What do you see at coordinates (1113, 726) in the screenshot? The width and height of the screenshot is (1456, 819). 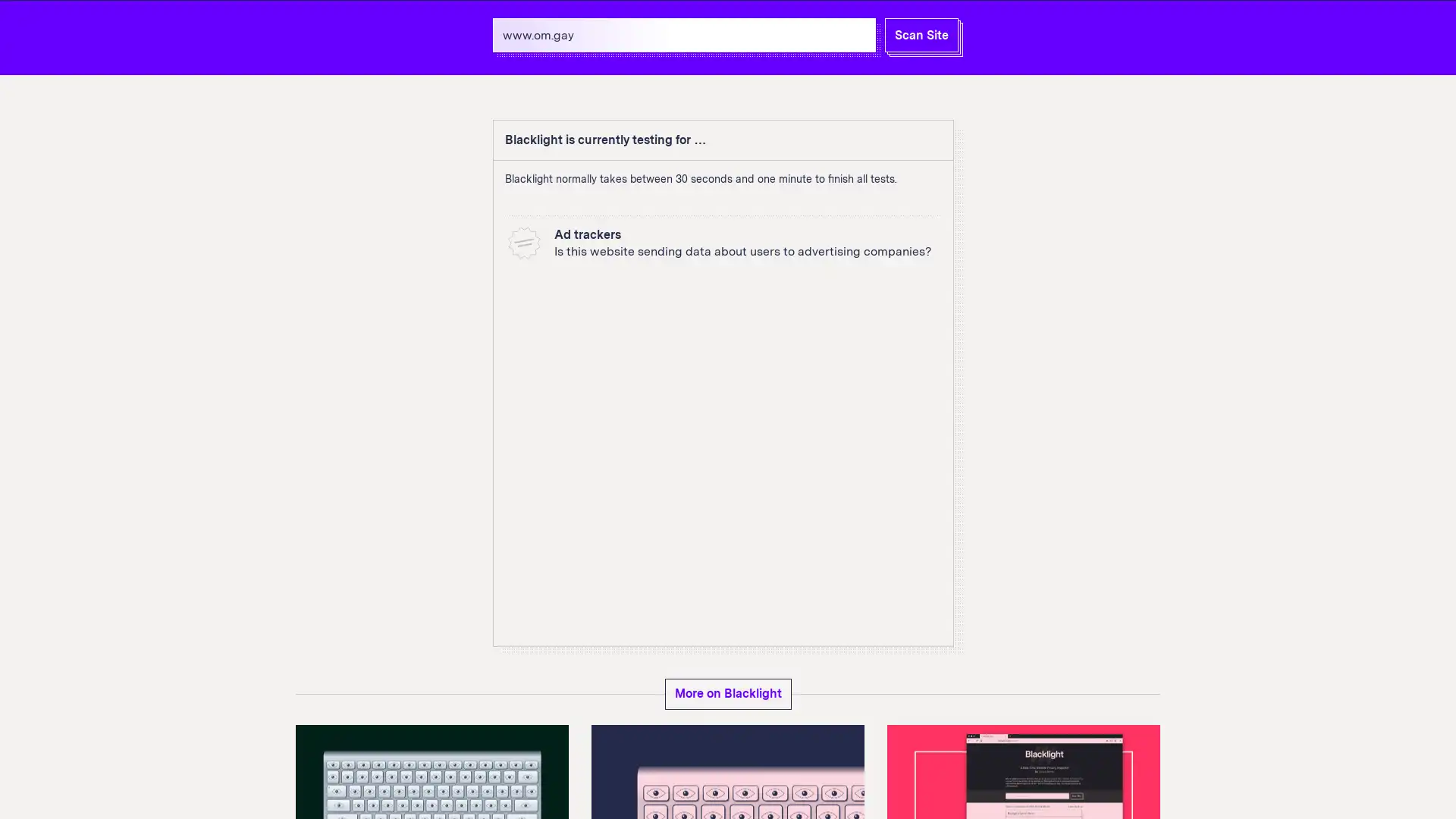 I see `Subscribe` at bounding box center [1113, 726].